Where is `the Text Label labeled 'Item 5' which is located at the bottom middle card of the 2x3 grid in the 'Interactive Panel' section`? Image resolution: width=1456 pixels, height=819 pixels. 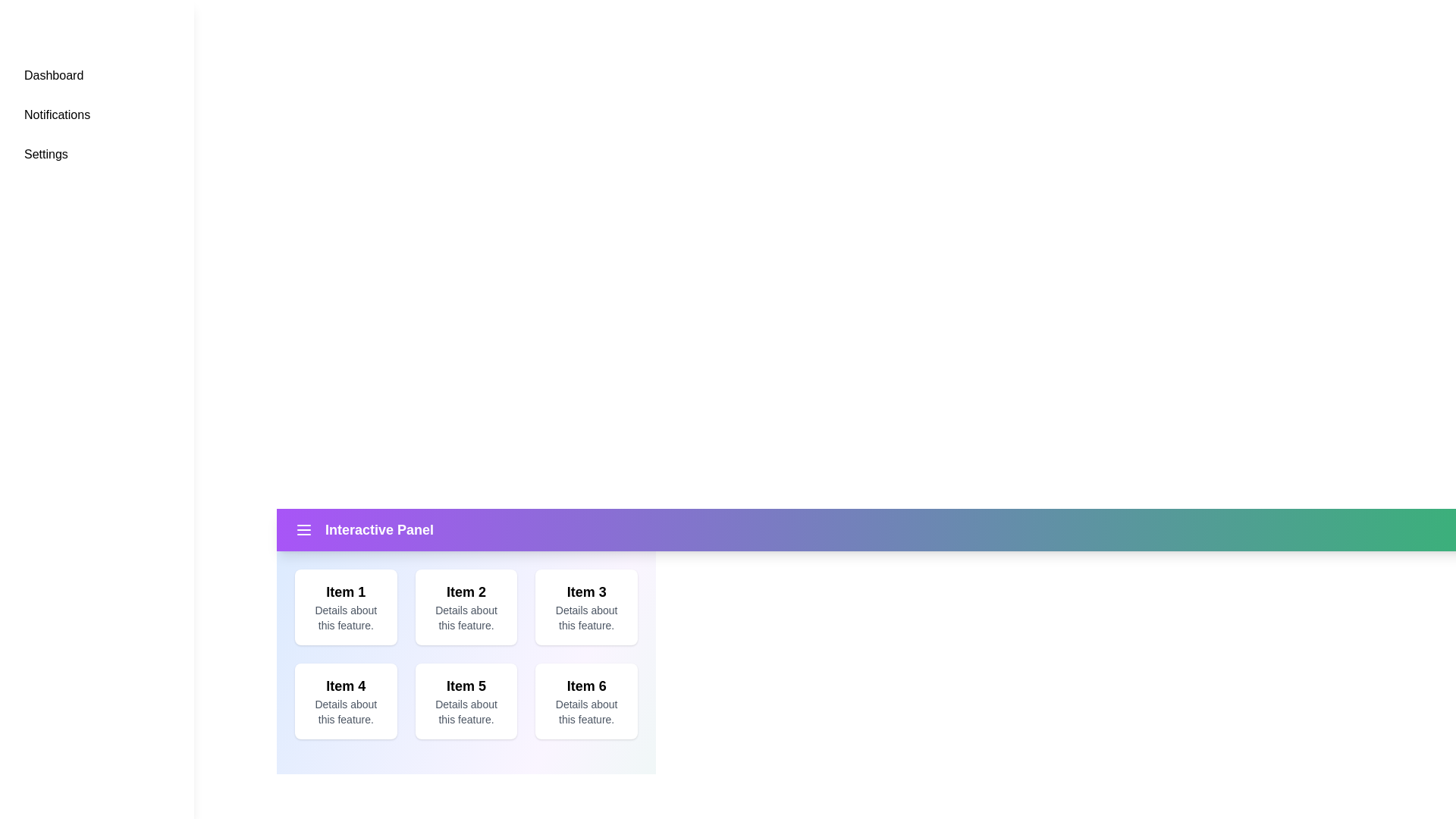
the Text Label labeled 'Item 5' which is located at the bottom middle card of the 2x3 grid in the 'Interactive Panel' section is located at coordinates (465, 686).